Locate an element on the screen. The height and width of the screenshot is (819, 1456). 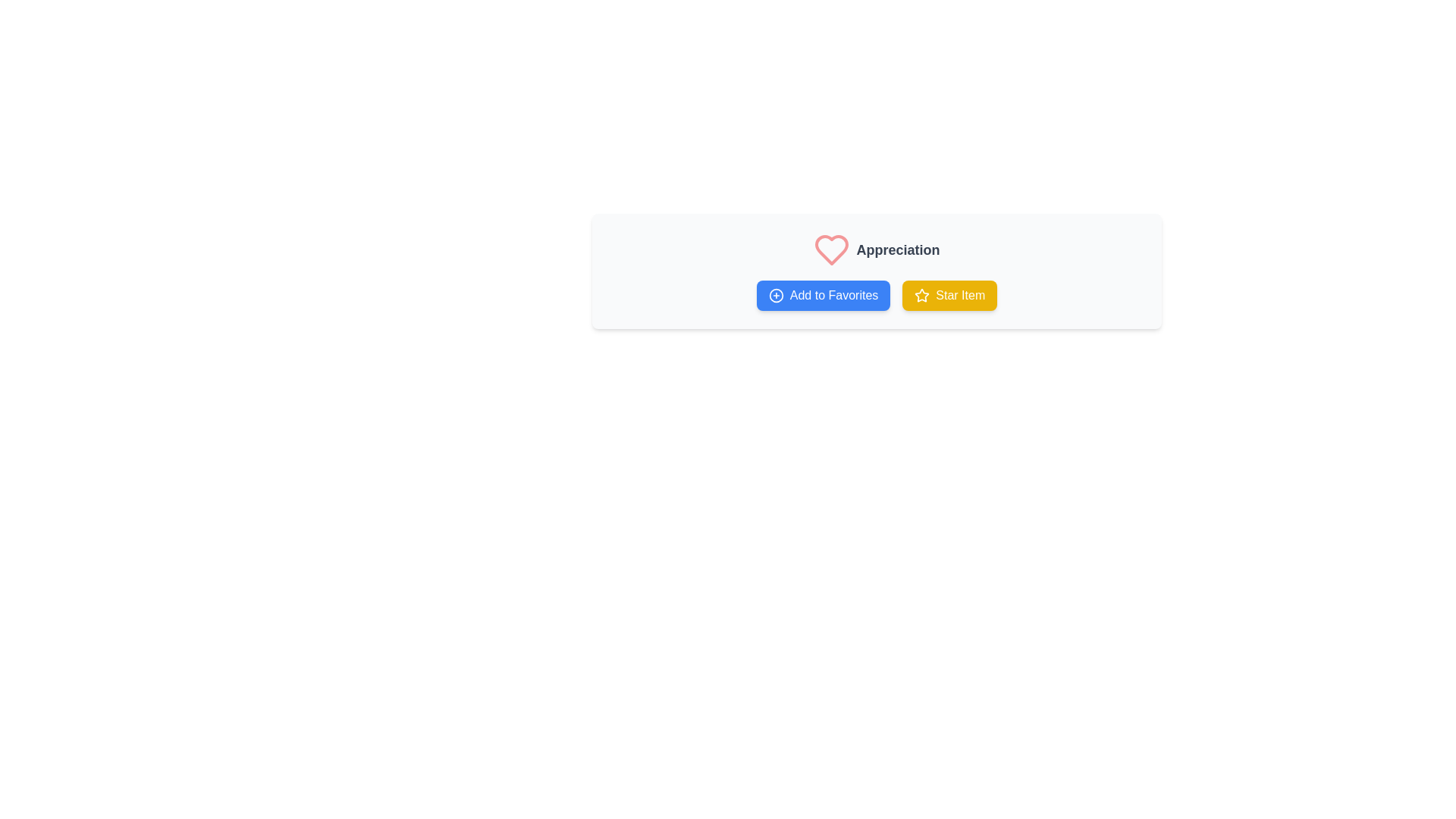
the heart-shaped icon outlined with a red stroke that has a pulsating animation, located to the left of the text 'Appreciation' is located at coordinates (831, 249).